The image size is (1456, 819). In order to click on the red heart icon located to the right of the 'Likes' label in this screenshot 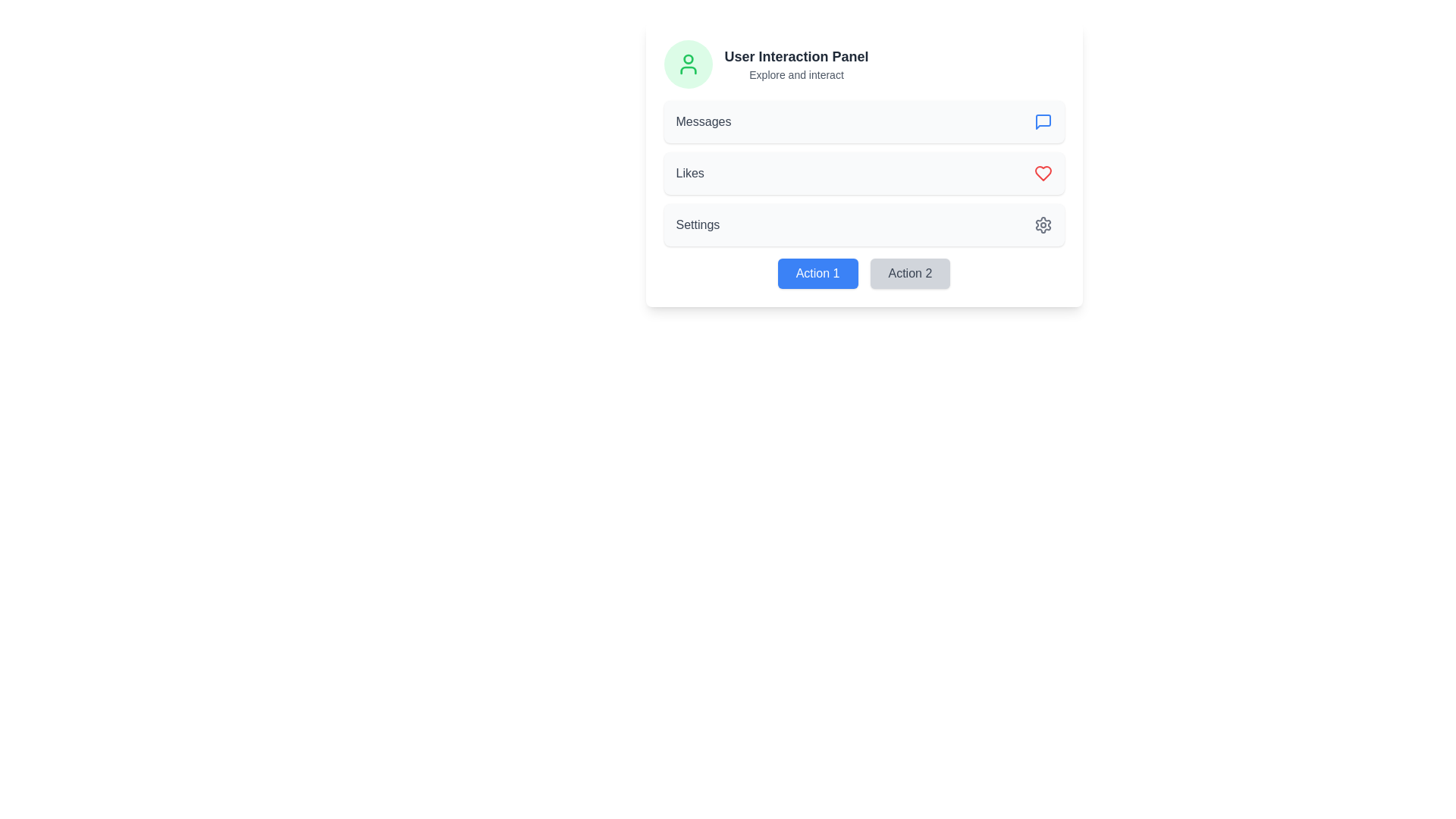, I will do `click(1042, 172)`.